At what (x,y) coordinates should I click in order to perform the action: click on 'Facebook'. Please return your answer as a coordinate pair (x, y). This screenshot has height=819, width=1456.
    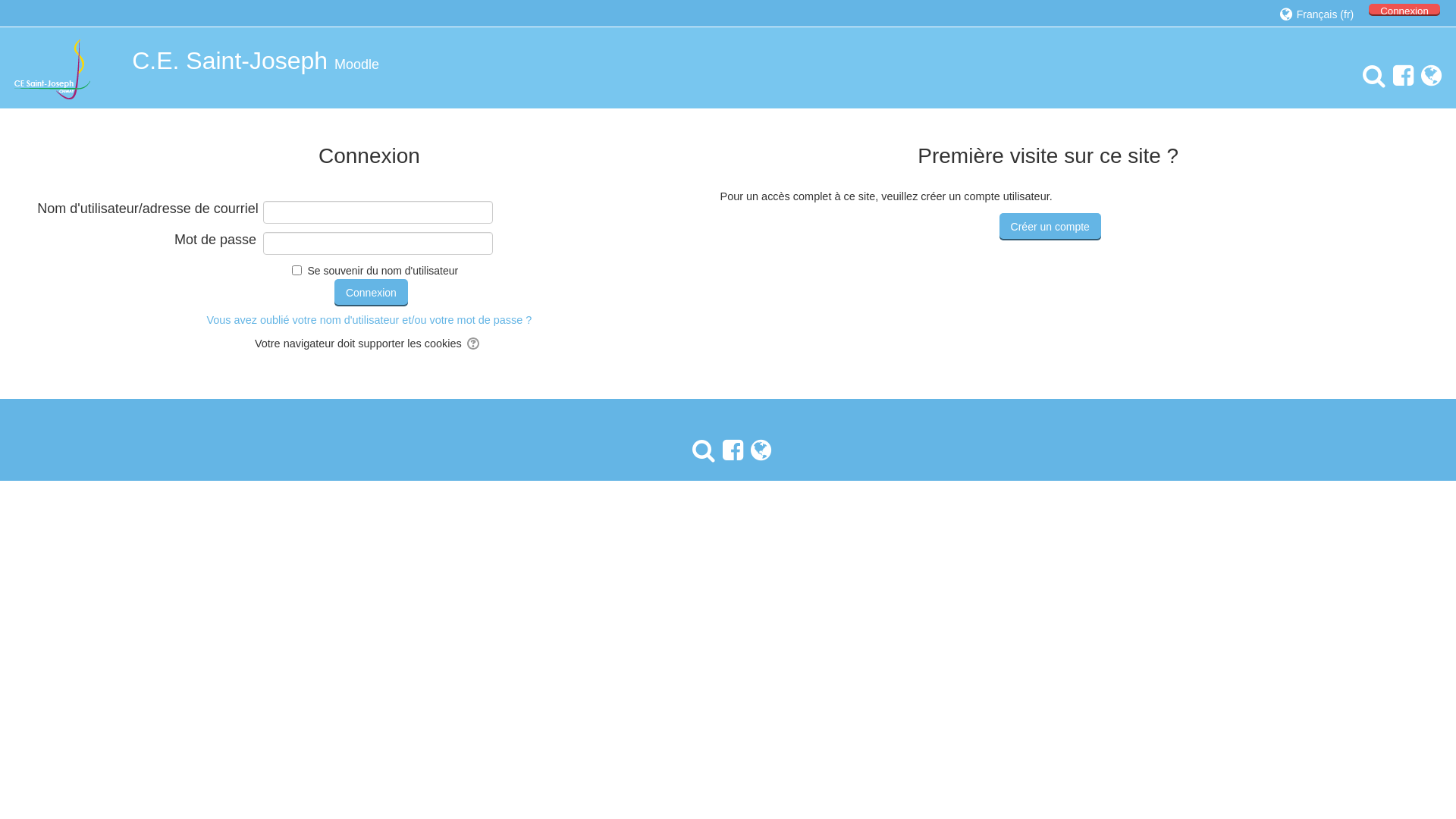
    Looking at the image, I should click on (729, 450).